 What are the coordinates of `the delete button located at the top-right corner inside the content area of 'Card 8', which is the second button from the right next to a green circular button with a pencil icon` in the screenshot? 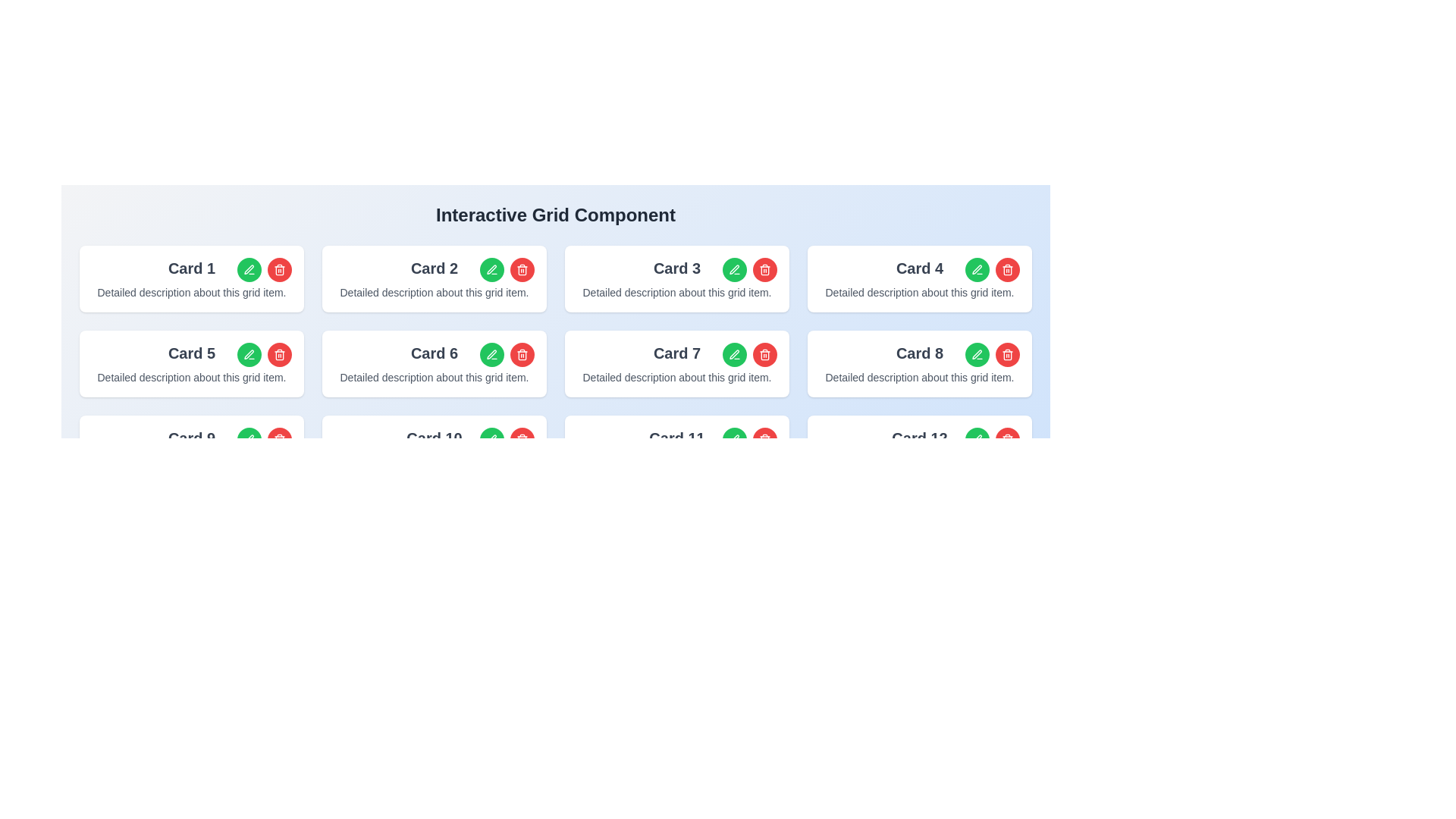 It's located at (993, 354).